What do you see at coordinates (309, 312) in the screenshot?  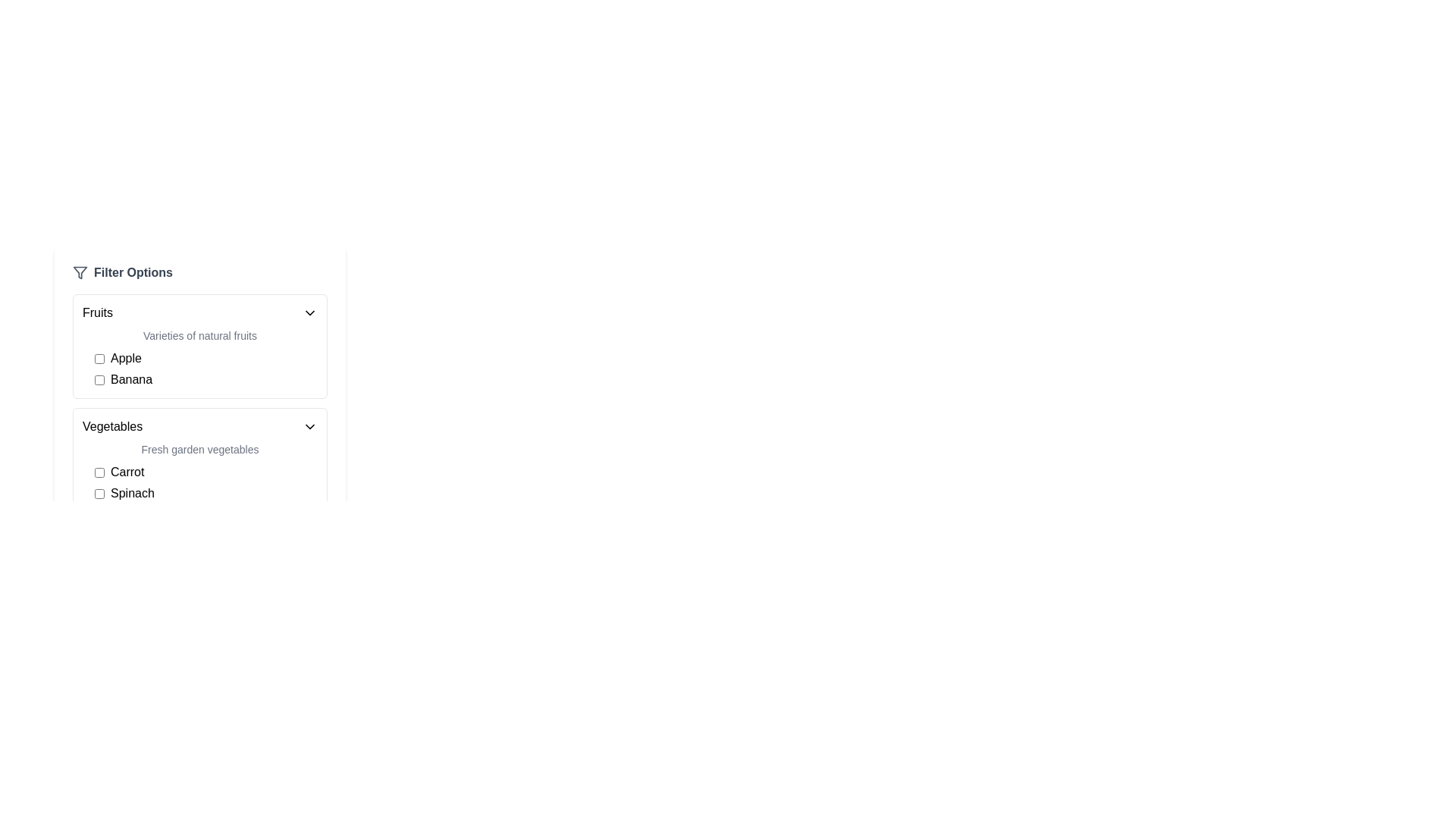 I see `the downward-pointing chevron icon styled as a dropdown toggle next to the title 'Fruits'` at bounding box center [309, 312].